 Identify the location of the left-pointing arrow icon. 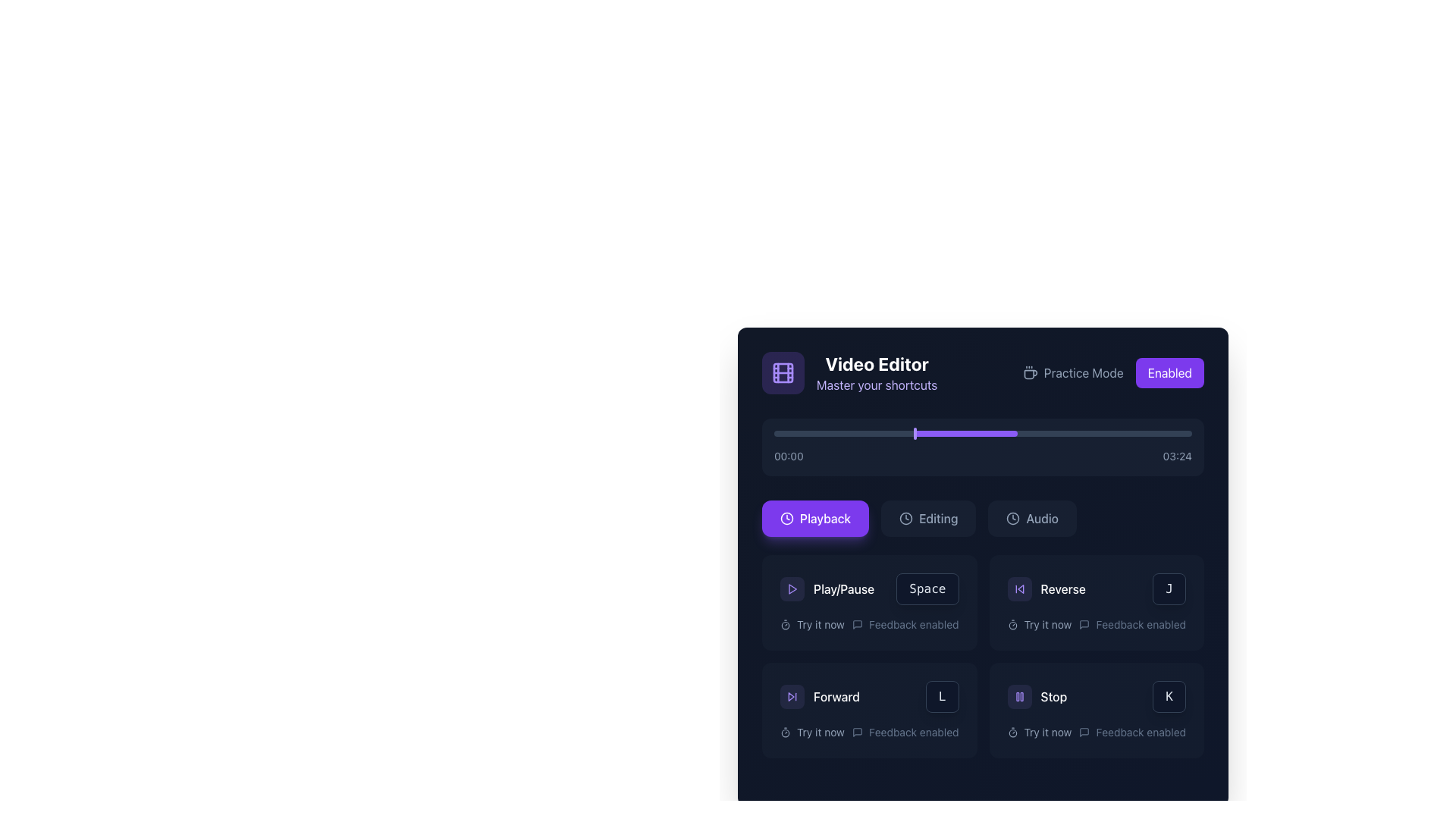
(1019, 588).